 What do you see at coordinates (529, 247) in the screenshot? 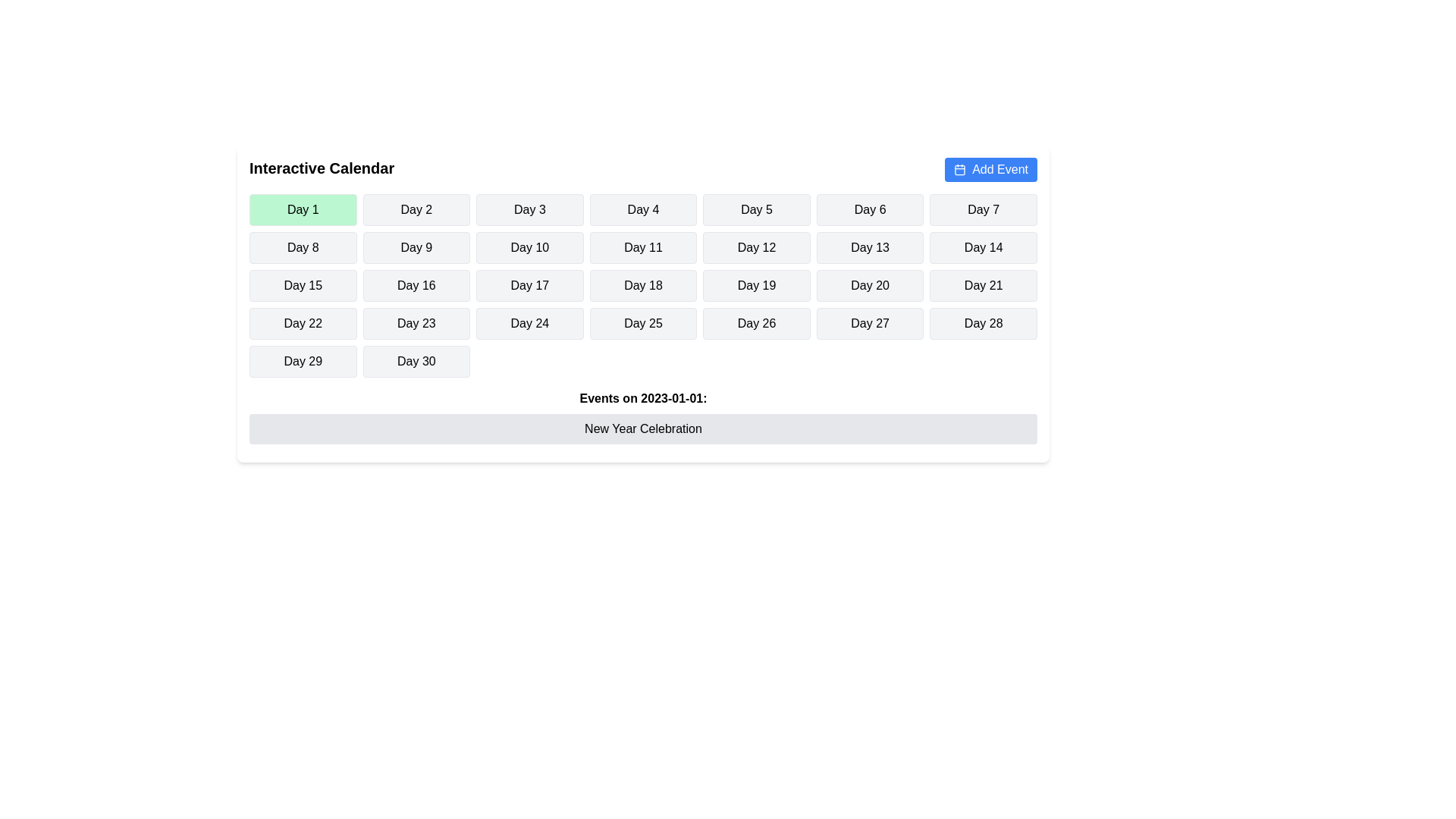
I see `the 10th day button in the interactive calendar` at bounding box center [529, 247].